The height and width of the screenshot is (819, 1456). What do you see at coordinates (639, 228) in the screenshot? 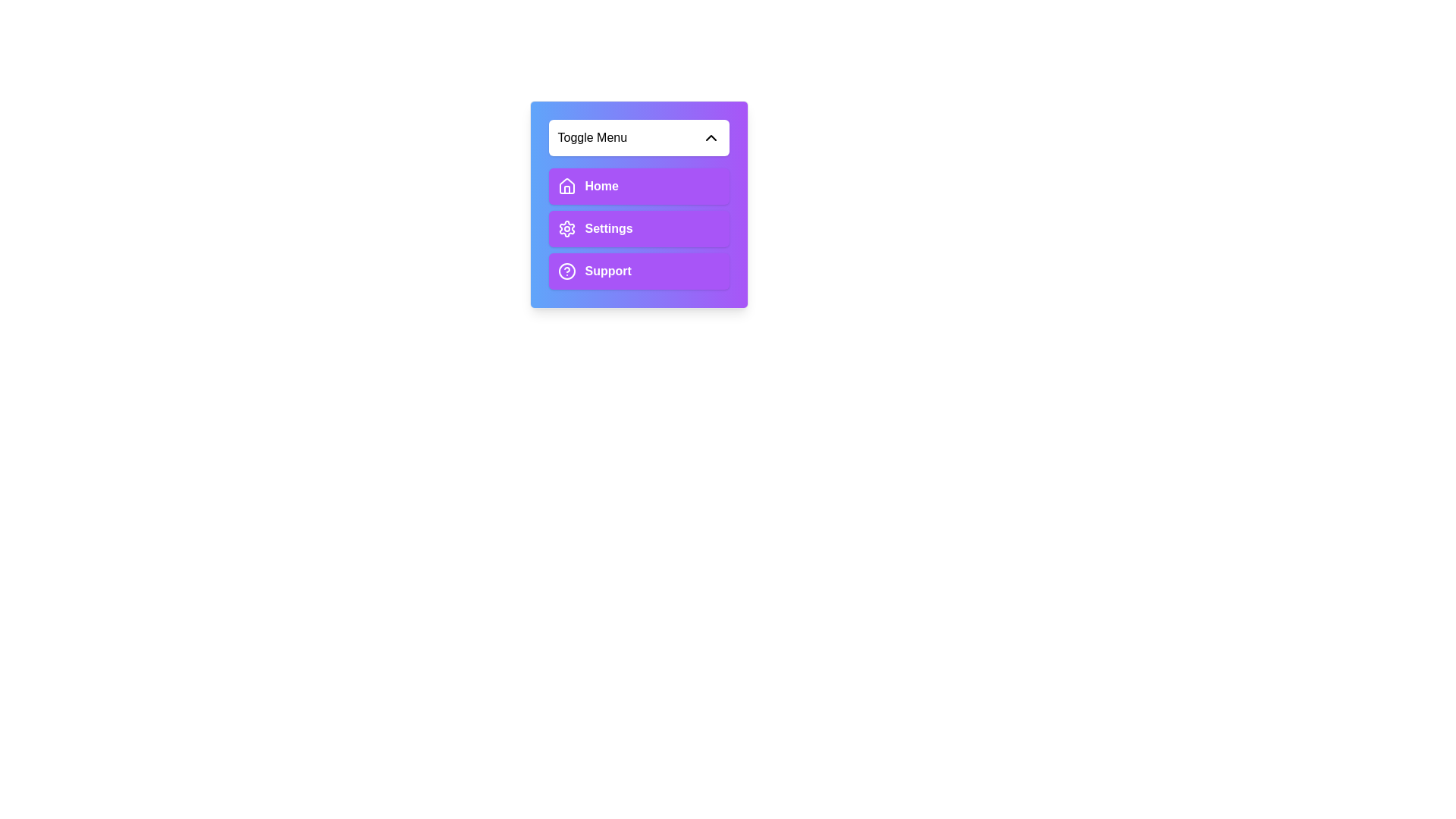
I see `the 'Settings' section of the Dropdown menu, which is the second stacked button within the purple gradient card titled 'Toggle Menu'` at bounding box center [639, 228].